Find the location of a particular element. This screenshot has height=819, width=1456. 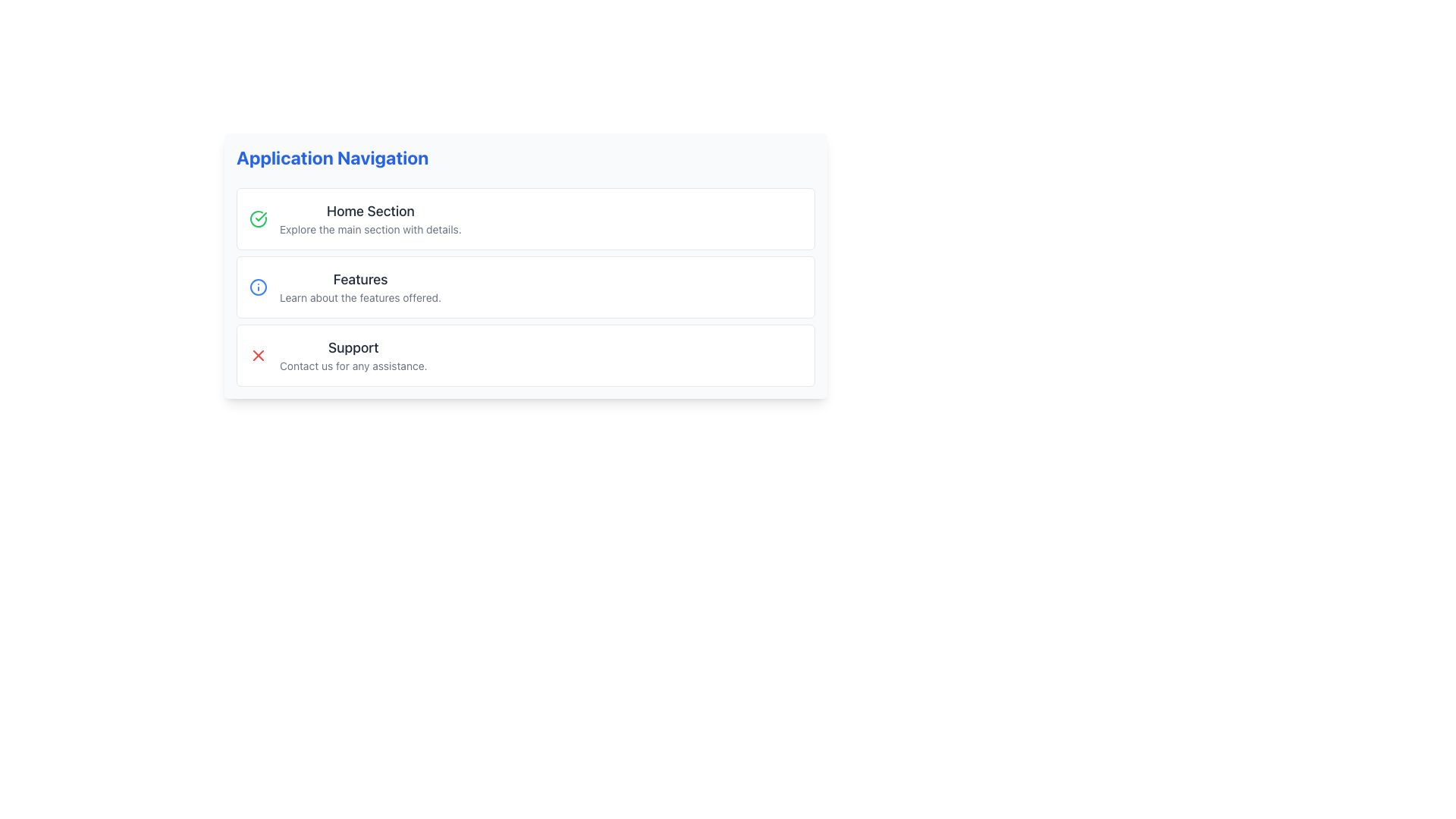

text of the navigational element titled 'Features' which includes a subtitle 'Learn about the features offered.' is located at coordinates (359, 287).